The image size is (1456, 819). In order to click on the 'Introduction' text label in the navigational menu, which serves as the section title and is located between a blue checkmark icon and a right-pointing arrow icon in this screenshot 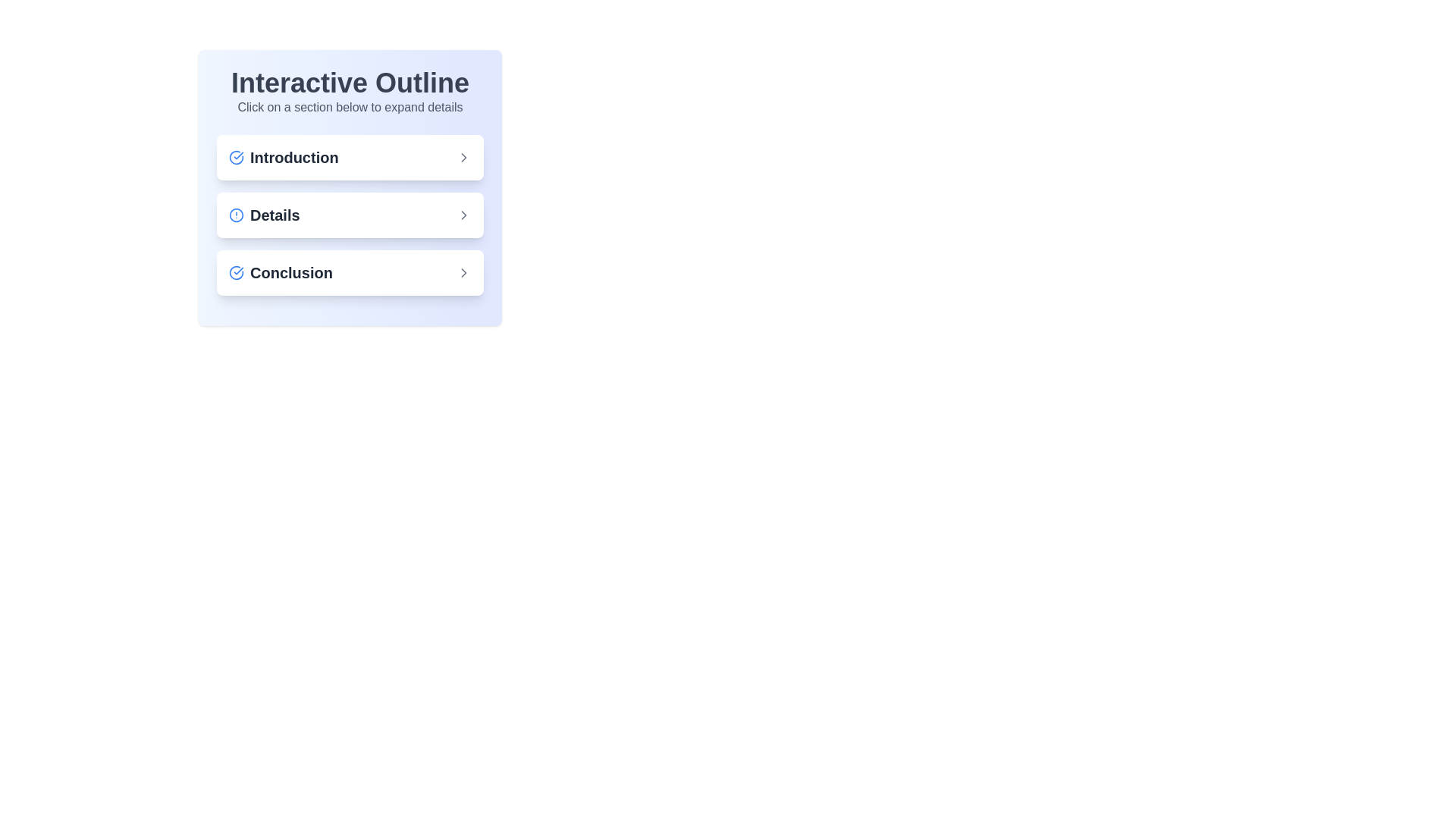, I will do `click(294, 158)`.